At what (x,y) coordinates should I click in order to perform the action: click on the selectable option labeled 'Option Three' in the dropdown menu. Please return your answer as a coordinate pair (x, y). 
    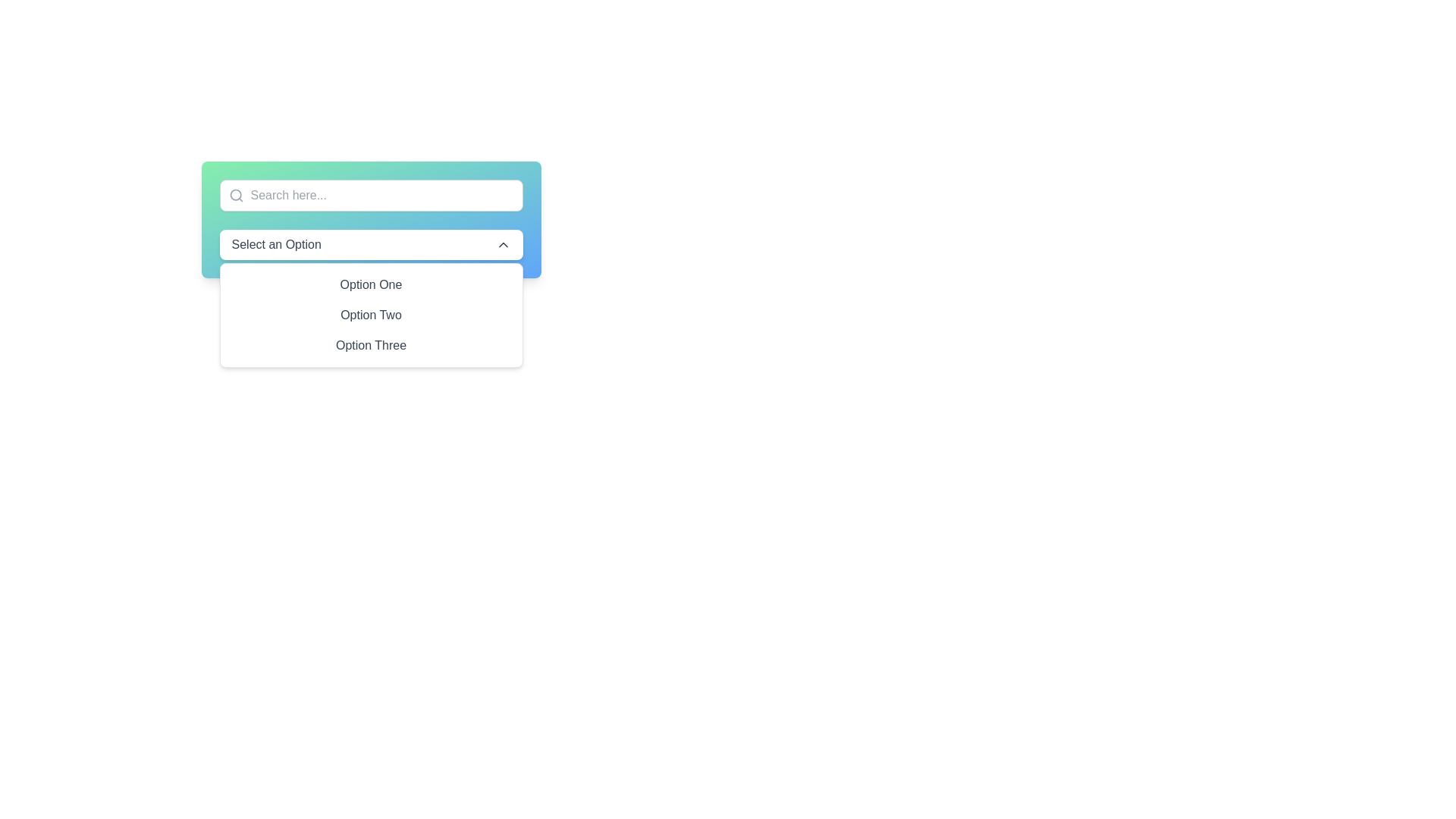
    Looking at the image, I should click on (371, 345).